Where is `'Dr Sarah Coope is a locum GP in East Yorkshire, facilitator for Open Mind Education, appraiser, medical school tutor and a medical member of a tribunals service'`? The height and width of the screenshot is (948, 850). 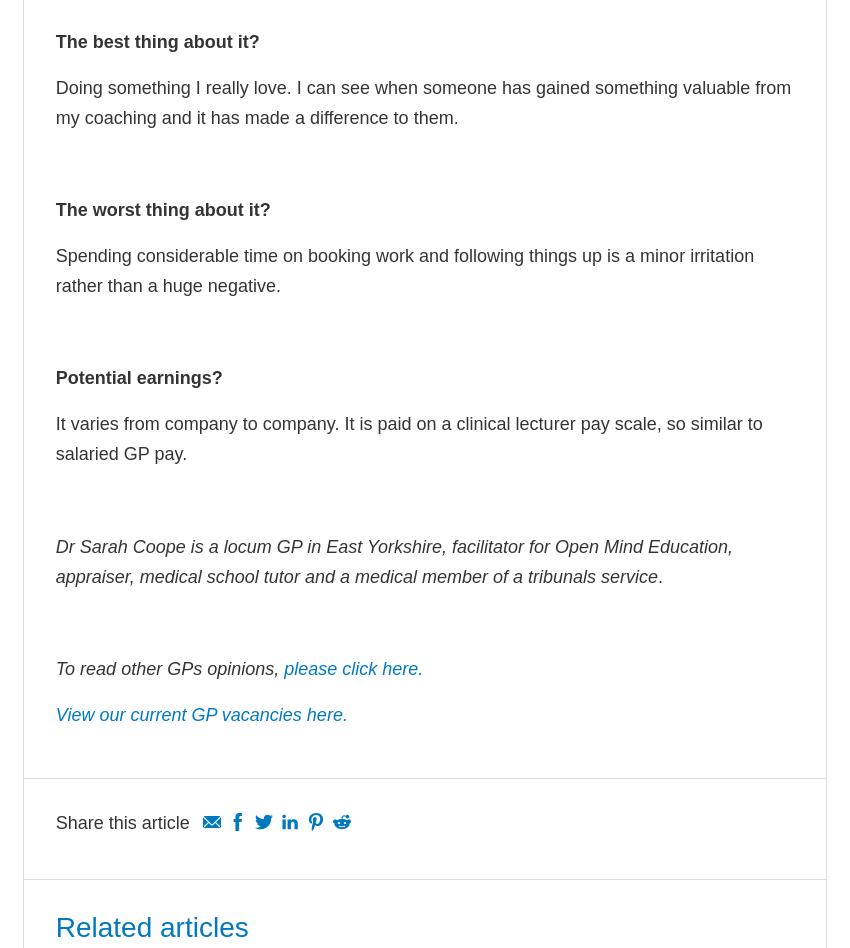
'Dr Sarah Coope is a locum GP in East Yorkshire, facilitator for Open Mind Education, appraiser, medical school tutor and a medical member of a tribunals service' is located at coordinates (393, 561).